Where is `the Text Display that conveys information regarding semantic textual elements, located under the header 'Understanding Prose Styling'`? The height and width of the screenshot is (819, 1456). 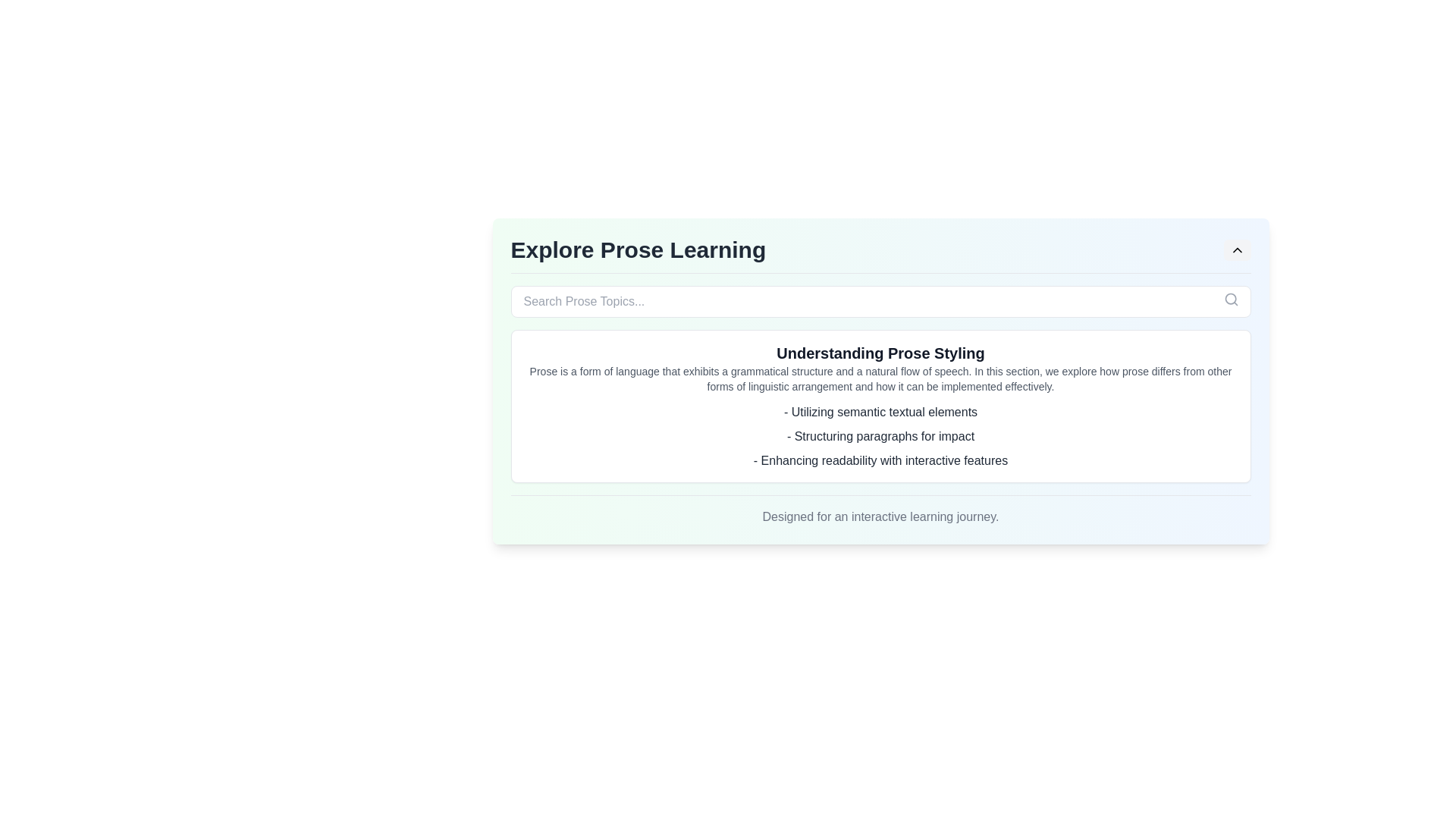
the Text Display that conveys information regarding semantic textual elements, located under the header 'Understanding Prose Styling' is located at coordinates (880, 412).